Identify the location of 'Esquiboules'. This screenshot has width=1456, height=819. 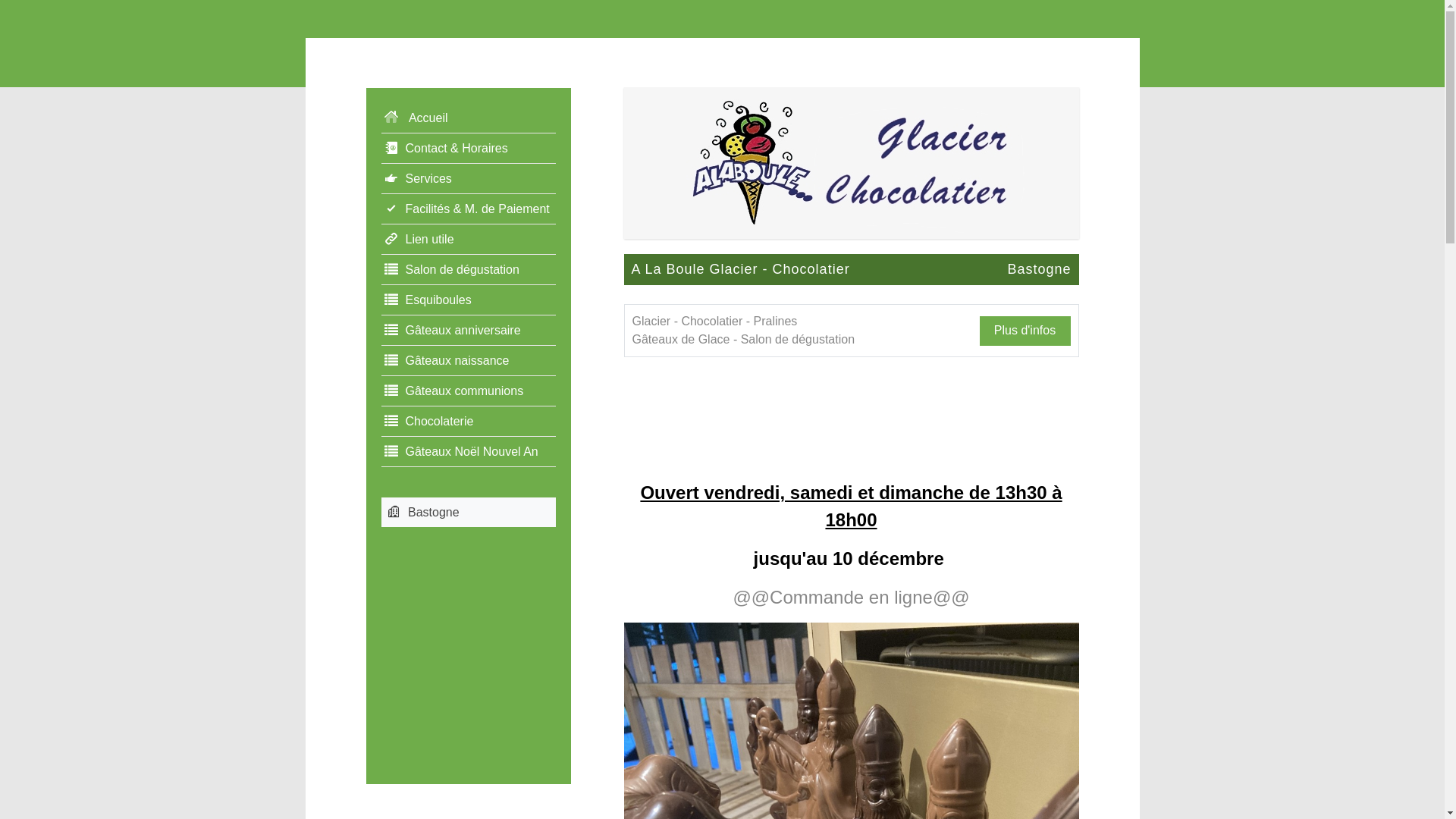
(467, 300).